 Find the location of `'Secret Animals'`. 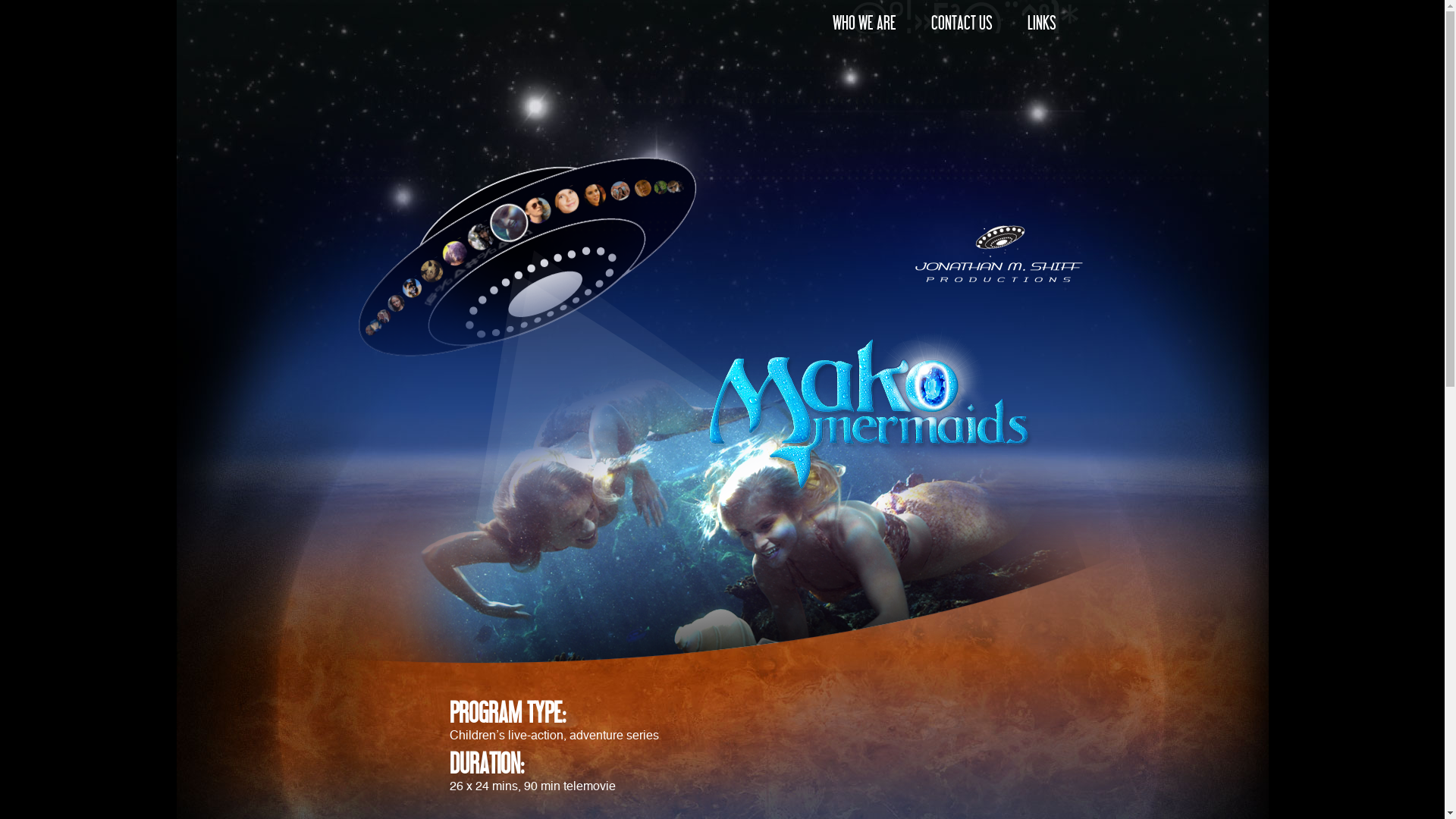

'Secret Animals' is located at coordinates (426, 271).